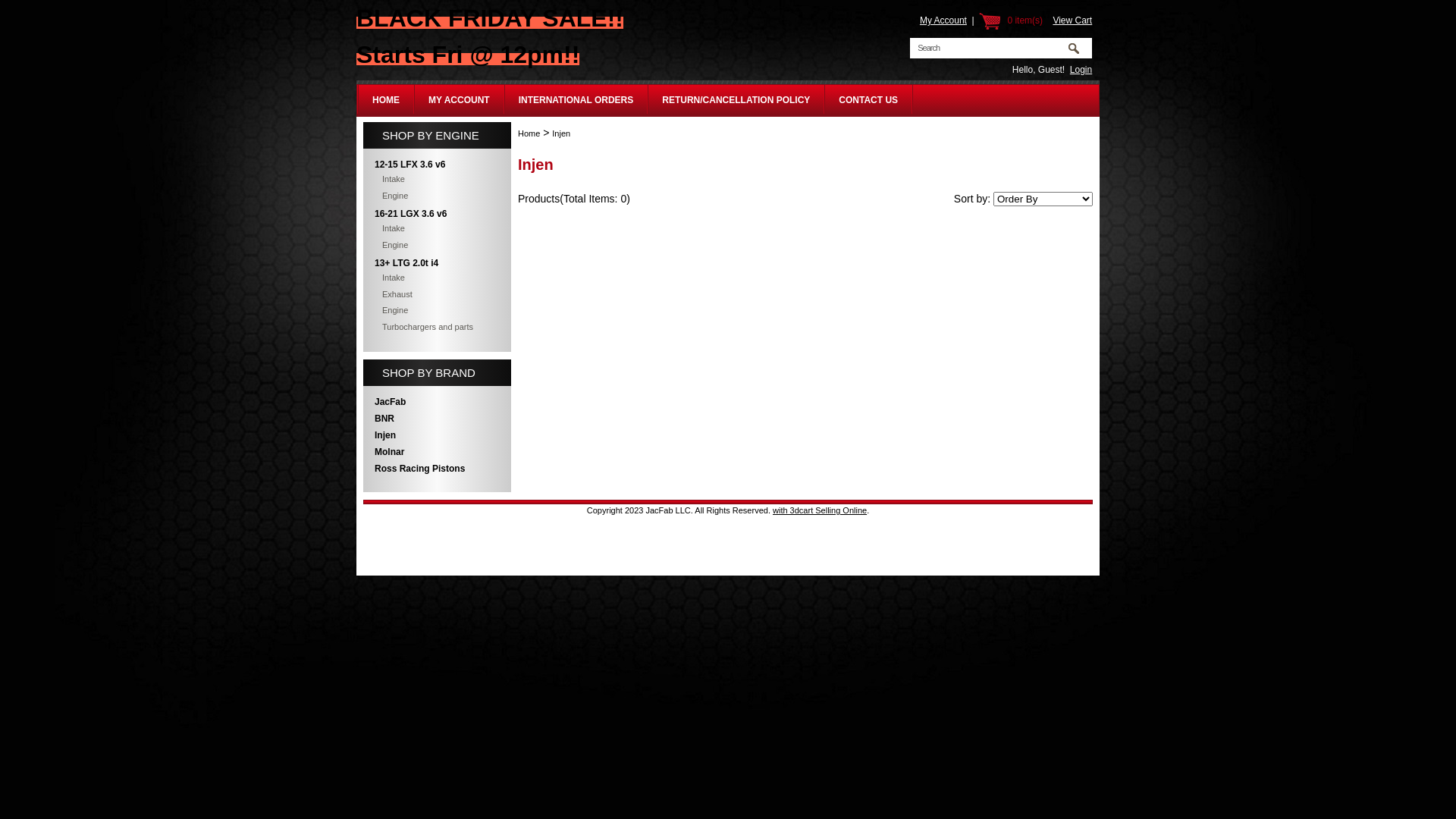 The image size is (1456, 819). I want to click on 'Ross Racing Pistons', so click(362, 467).